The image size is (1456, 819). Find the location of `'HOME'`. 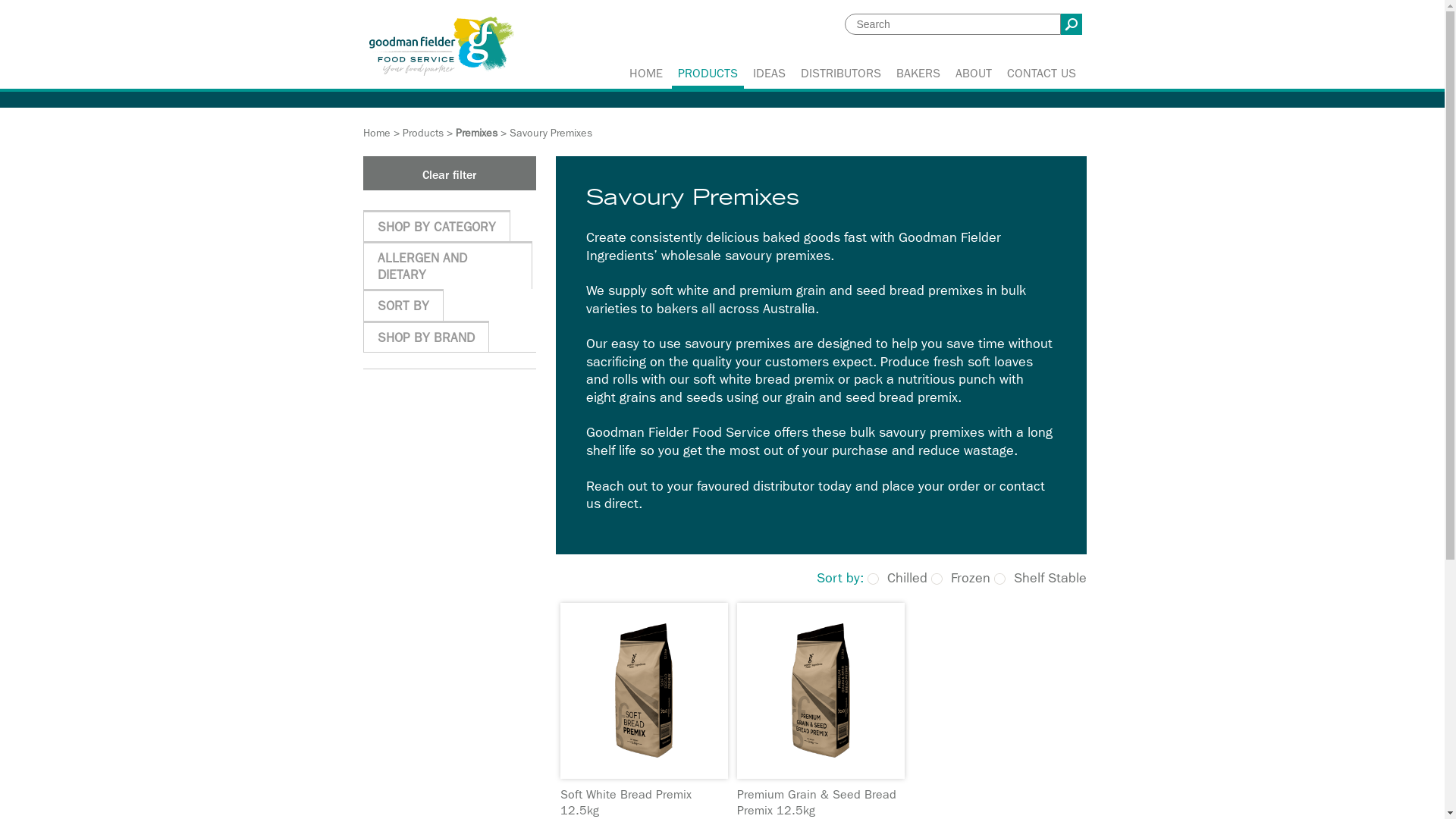

'HOME' is located at coordinates (645, 74).